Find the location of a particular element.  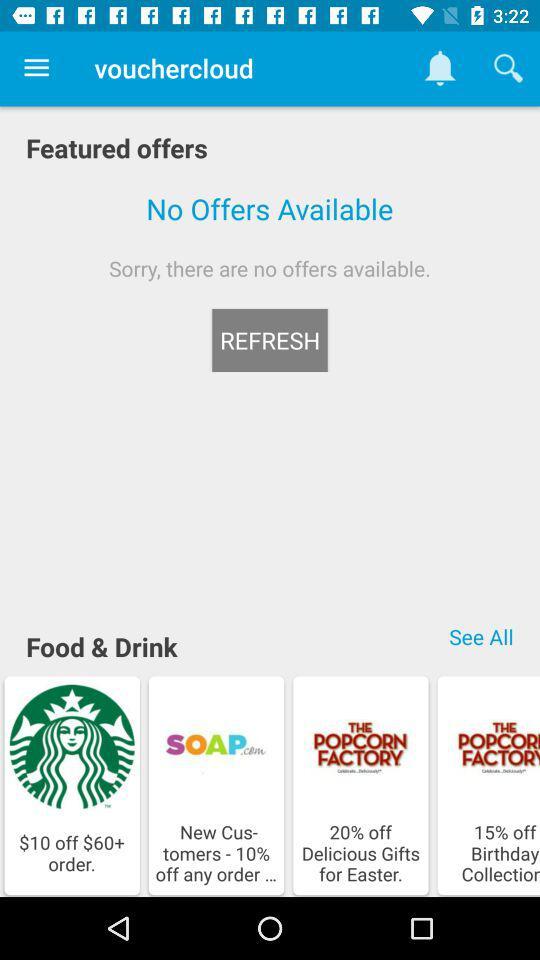

icon below sorry there are is located at coordinates (480, 635).